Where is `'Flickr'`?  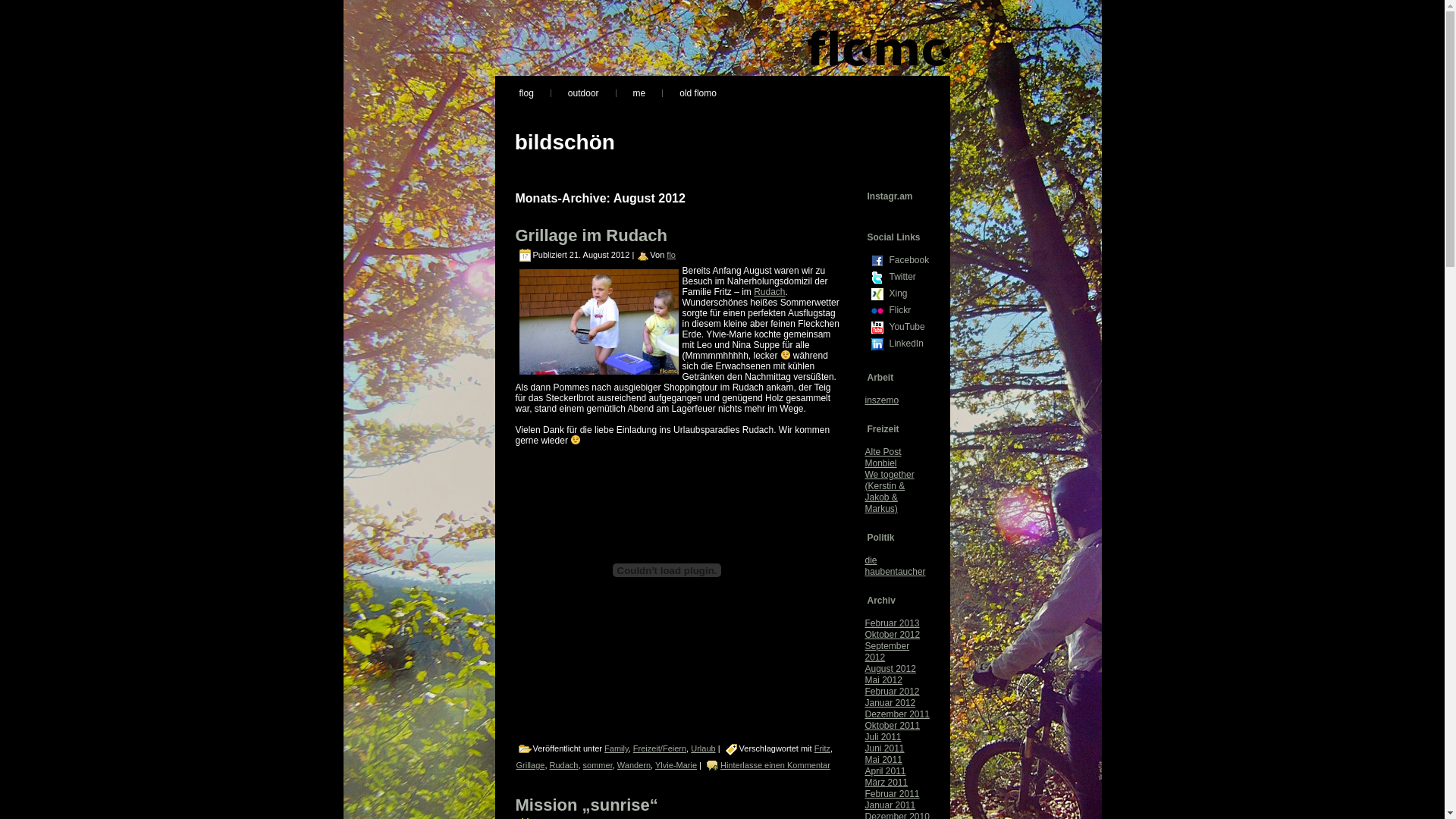 'Flickr' is located at coordinates (870, 309).